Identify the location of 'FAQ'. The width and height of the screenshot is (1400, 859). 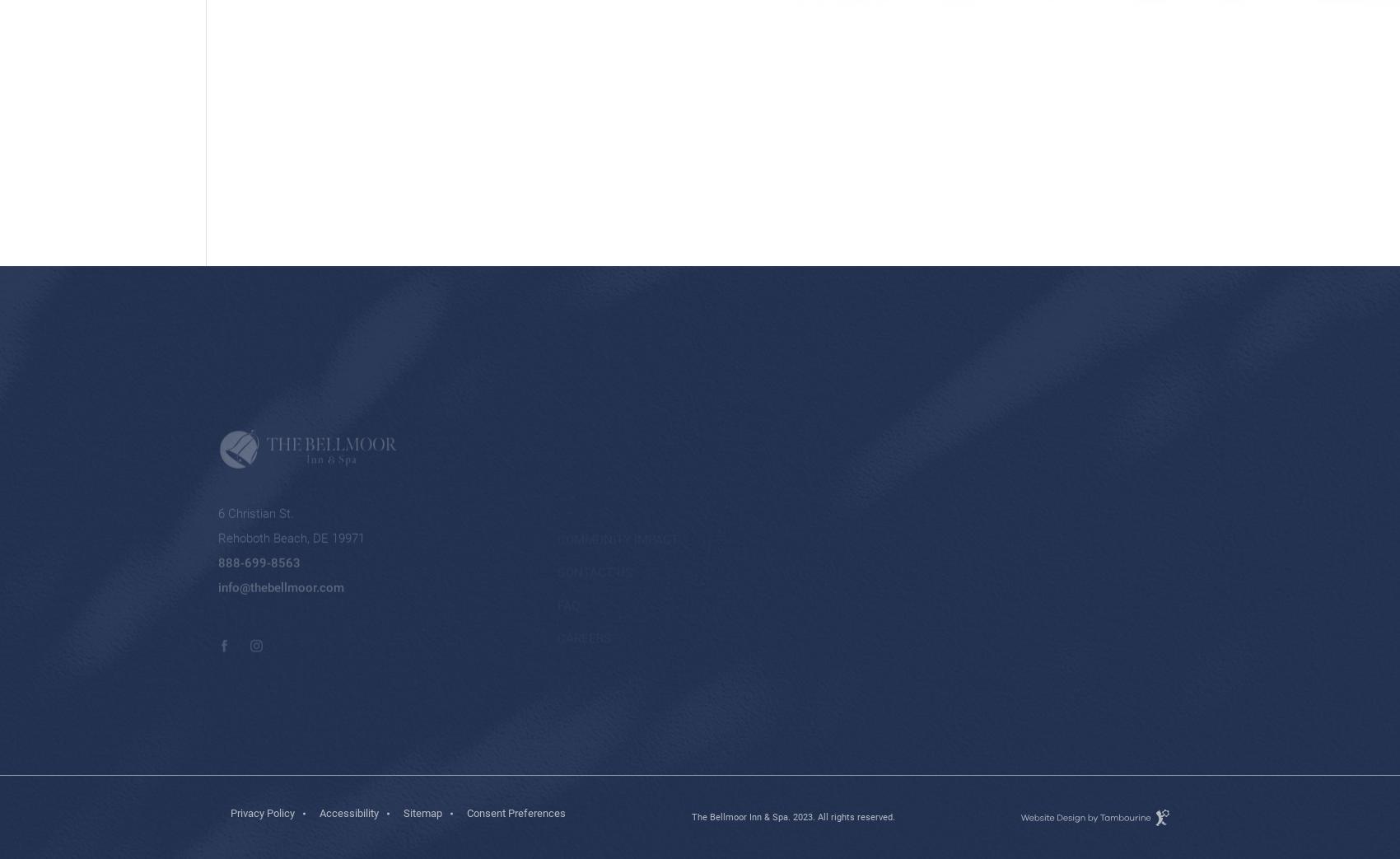
(567, 525).